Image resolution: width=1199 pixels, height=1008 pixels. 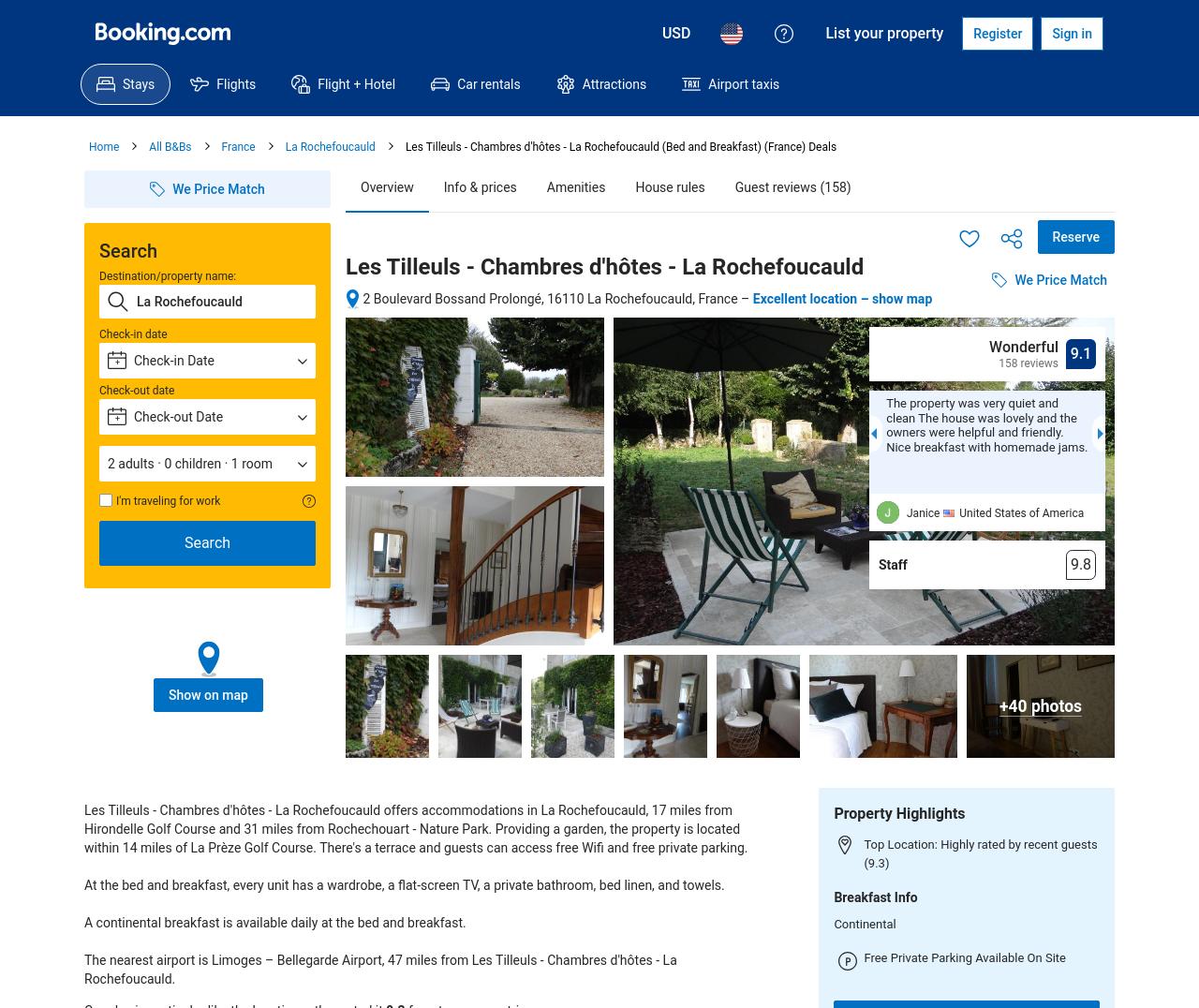 I want to click on '+40 photos', so click(x=1039, y=704).